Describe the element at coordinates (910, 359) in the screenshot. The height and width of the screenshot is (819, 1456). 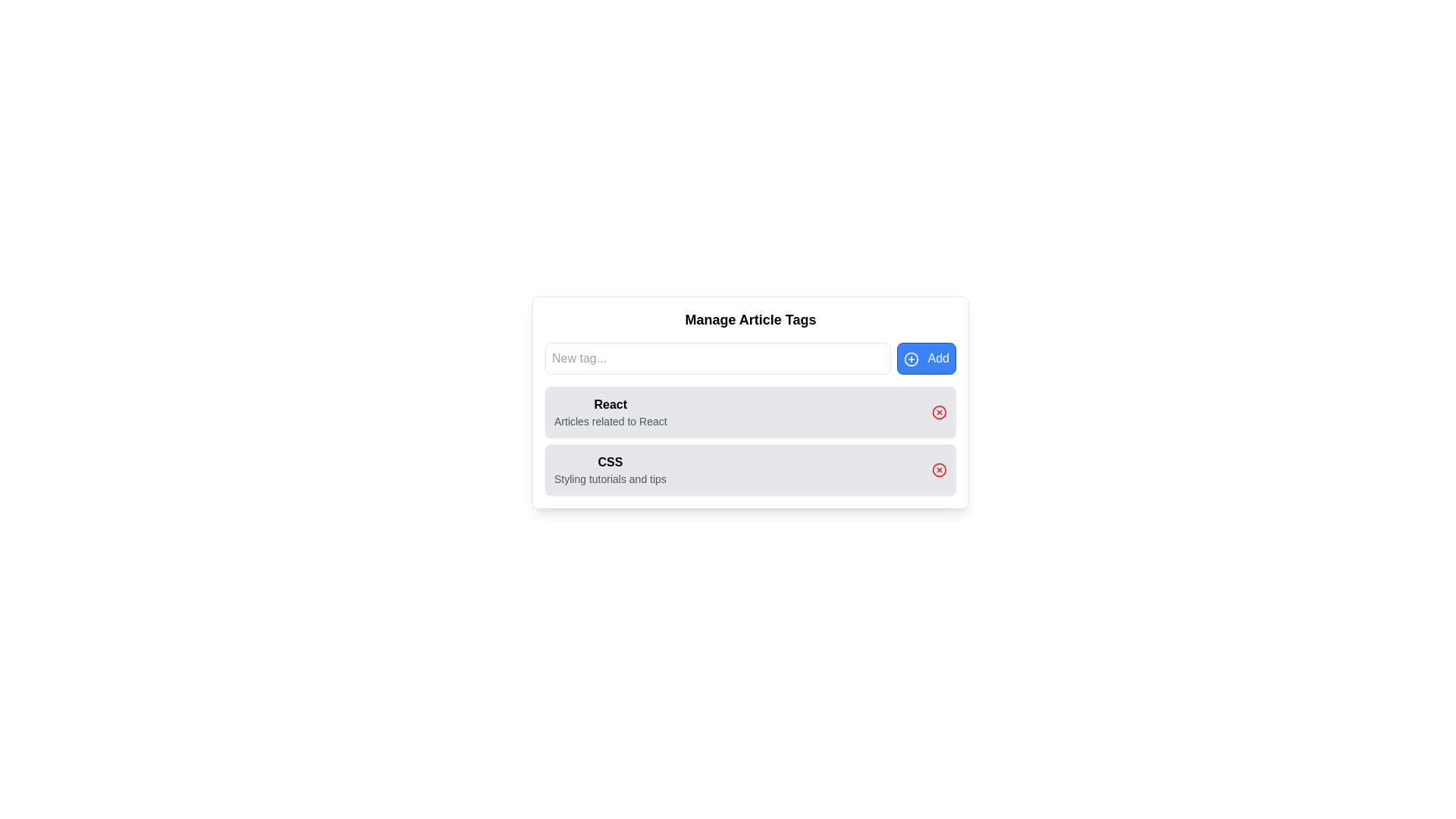
I see `the Circular SVG graphic element of the add icon located at the rightmost end of the 'New tag' input box` at that location.